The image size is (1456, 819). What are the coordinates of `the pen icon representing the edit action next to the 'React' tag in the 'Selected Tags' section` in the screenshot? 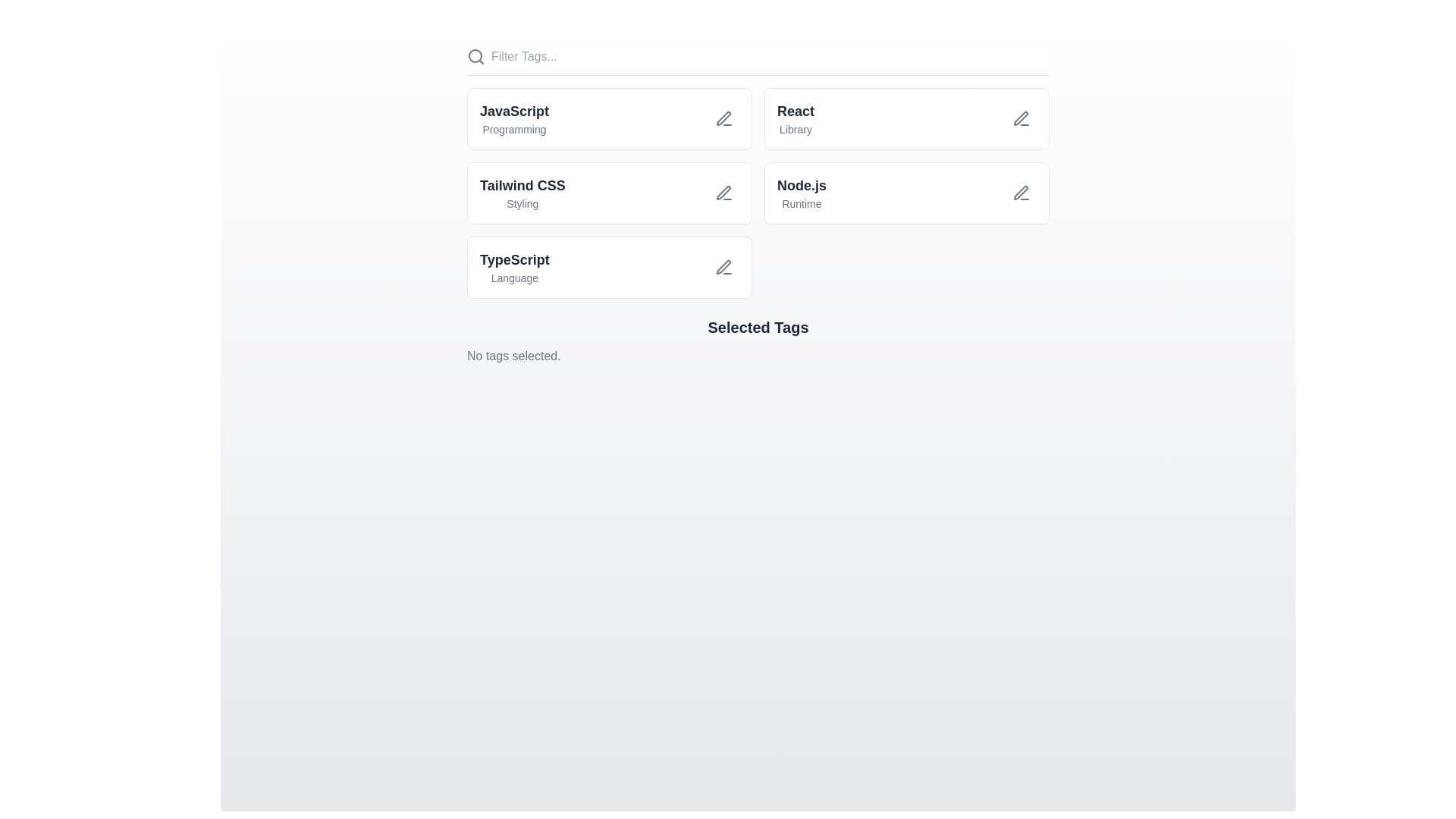 It's located at (1021, 118).